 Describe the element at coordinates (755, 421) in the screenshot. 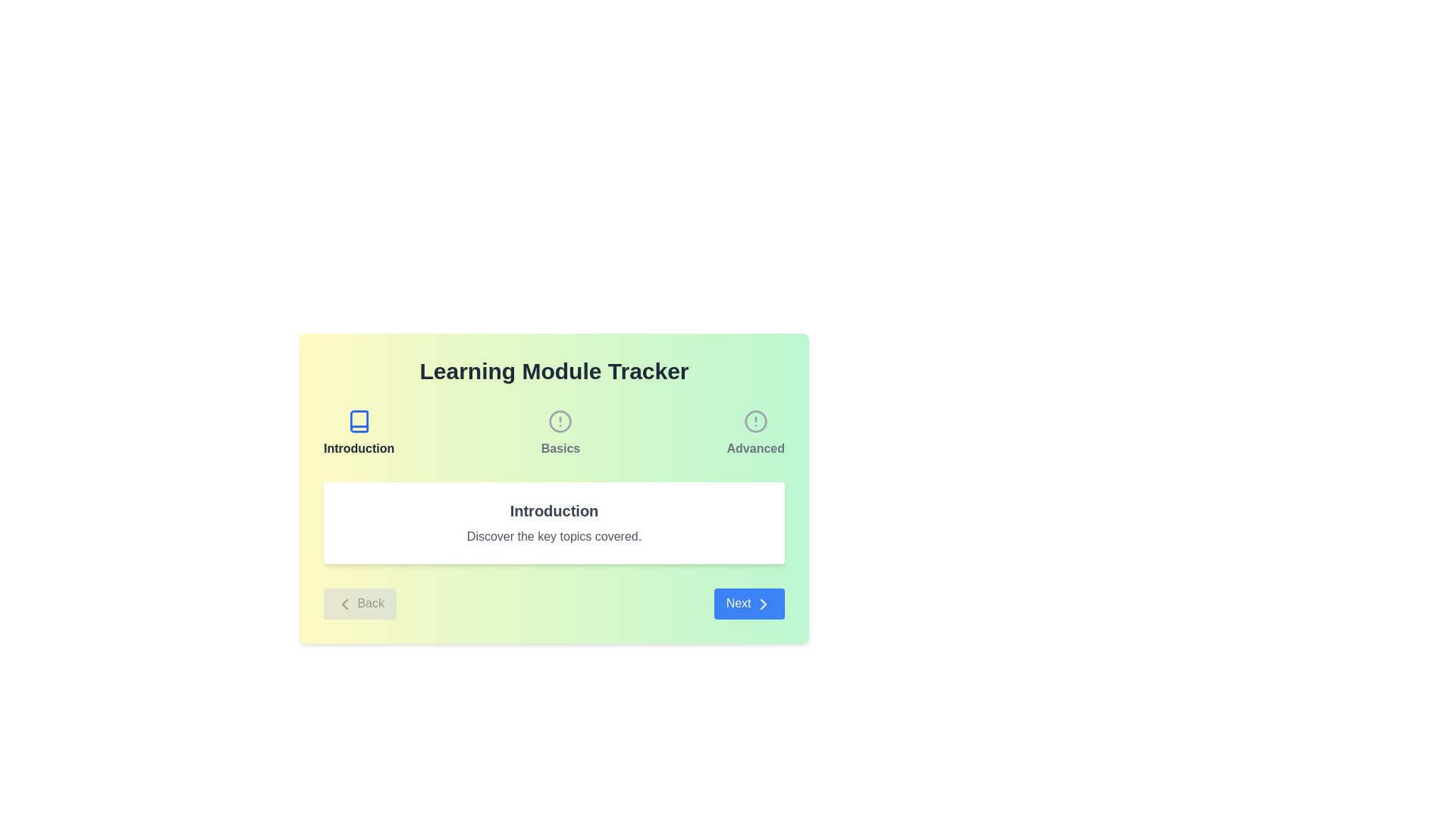

I see `the circular graphic element within the 'Advanced' icon located in the top-right part of the Learning Module Tracker interface` at that location.